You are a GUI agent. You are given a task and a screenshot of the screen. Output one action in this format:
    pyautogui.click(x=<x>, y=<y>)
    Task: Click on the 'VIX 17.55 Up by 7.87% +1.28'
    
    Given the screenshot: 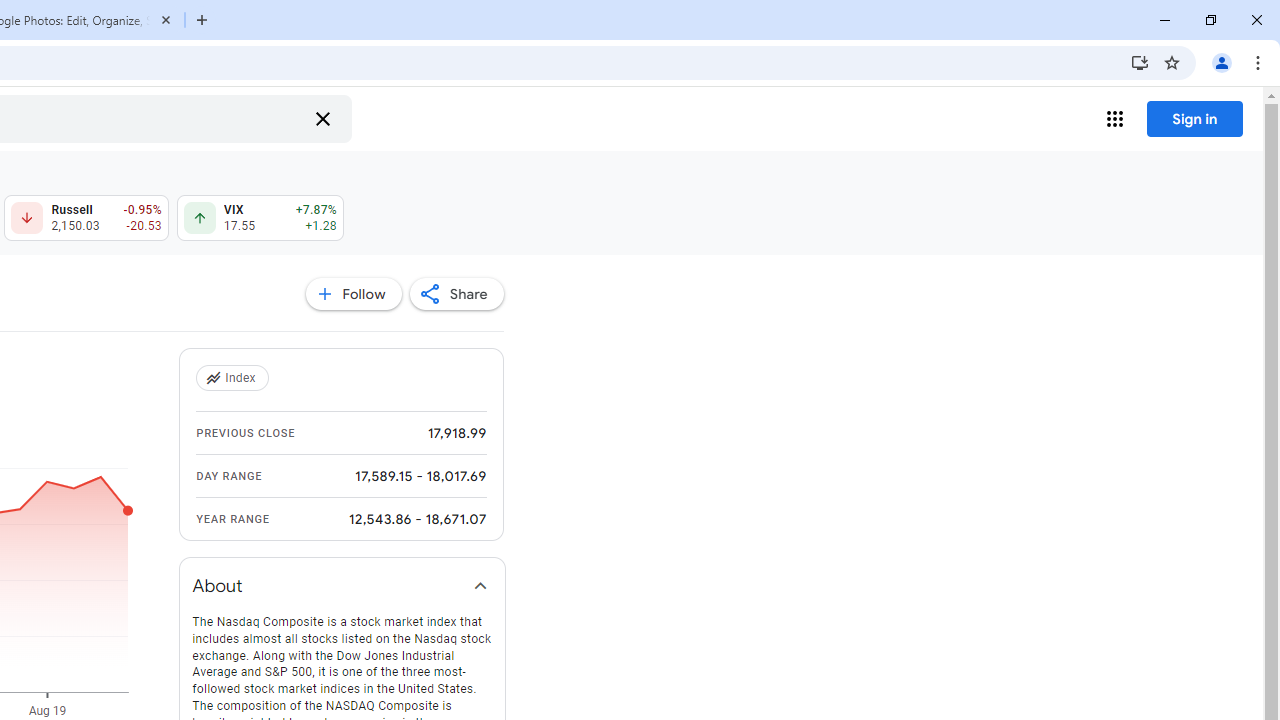 What is the action you would take?
    pyautogui.click(x=259, y=218)
    